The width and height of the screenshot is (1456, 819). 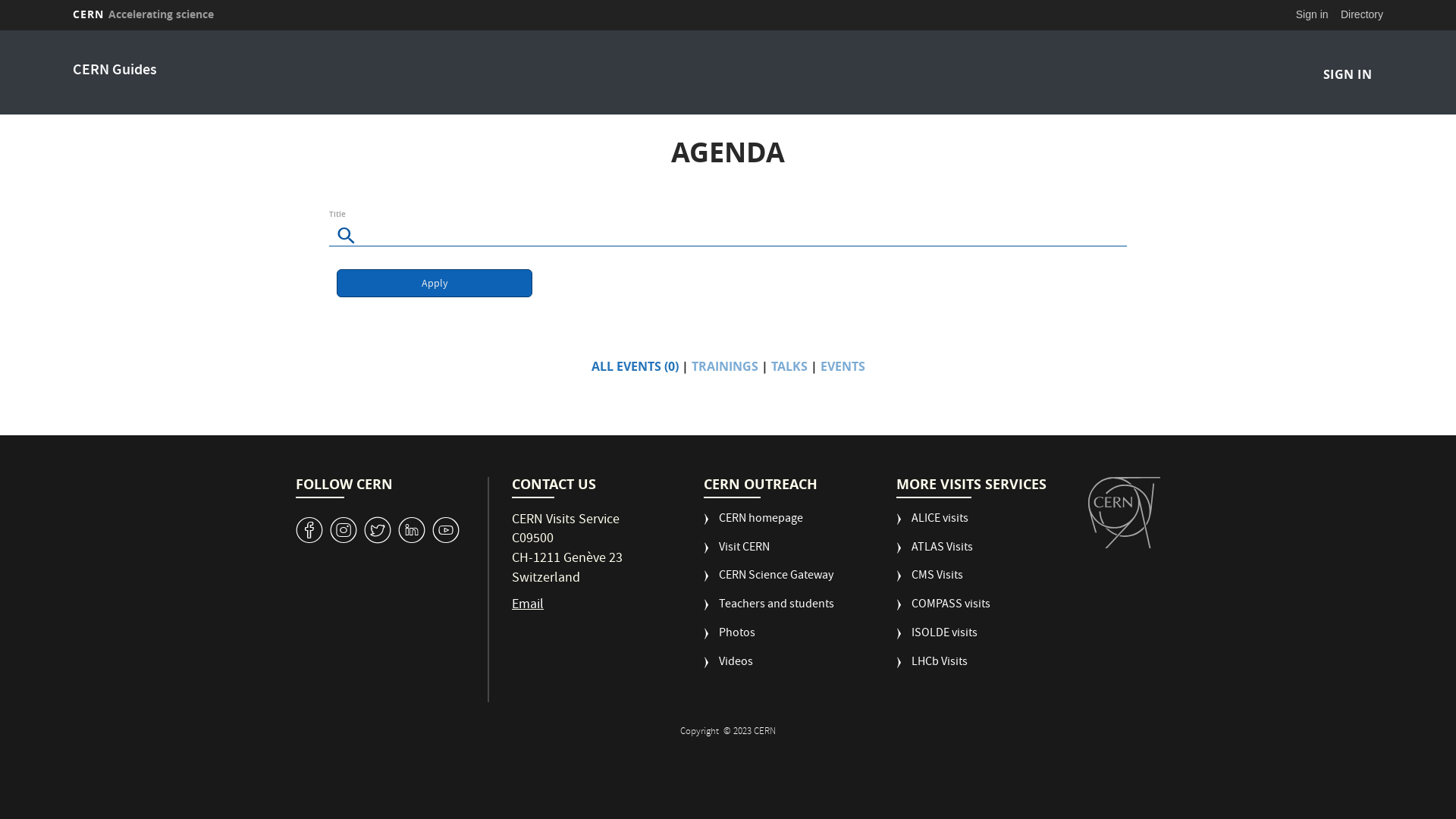 I want to click on 'v', so click(x=309, y=529).